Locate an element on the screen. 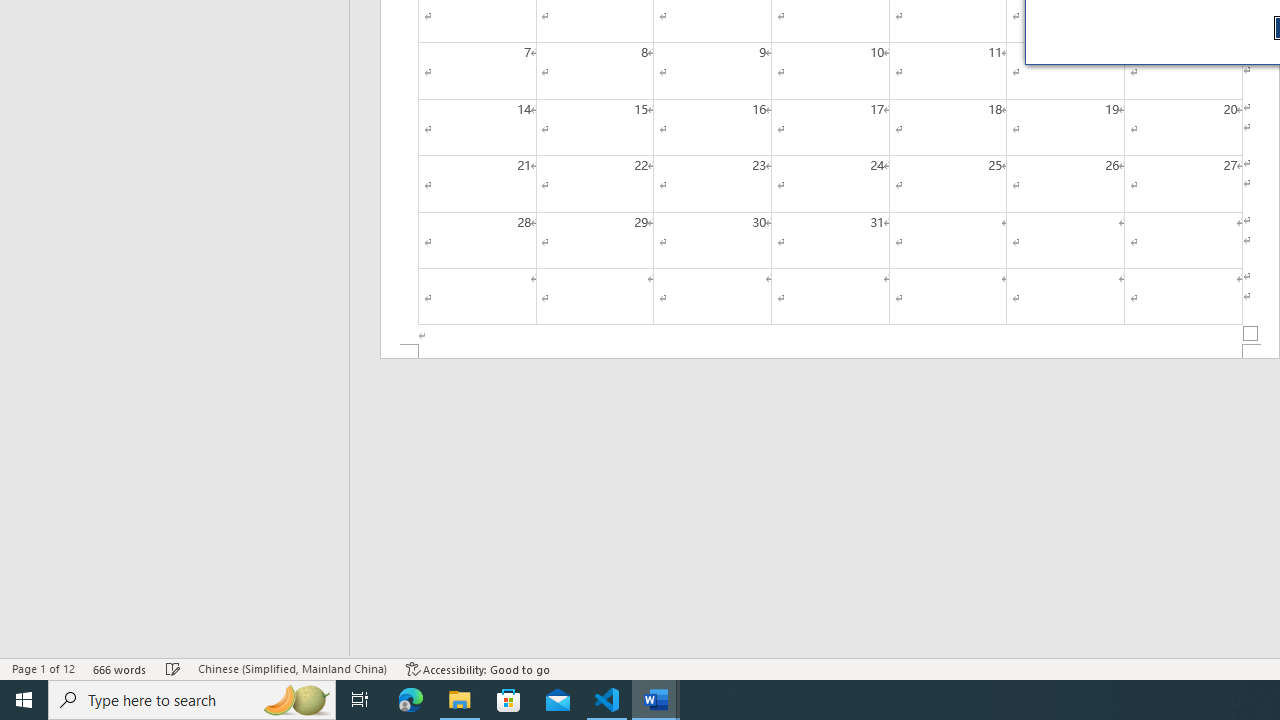  'Footer -Section 1-' is located at coordinates (830, 350).